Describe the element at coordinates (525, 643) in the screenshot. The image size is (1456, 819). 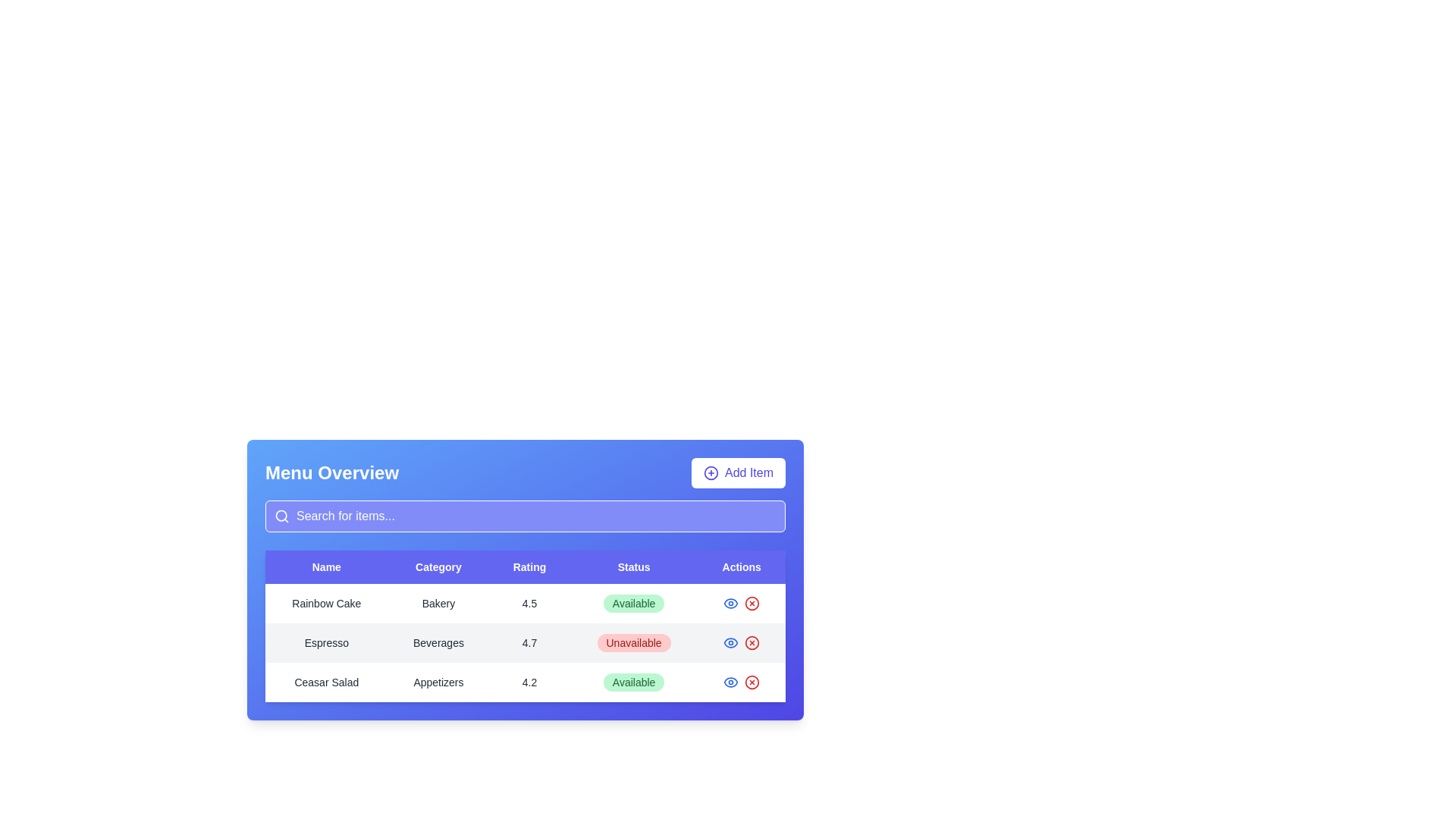
I see `the second row in the table that displays item information, including name, category, rating, and status` at that location.